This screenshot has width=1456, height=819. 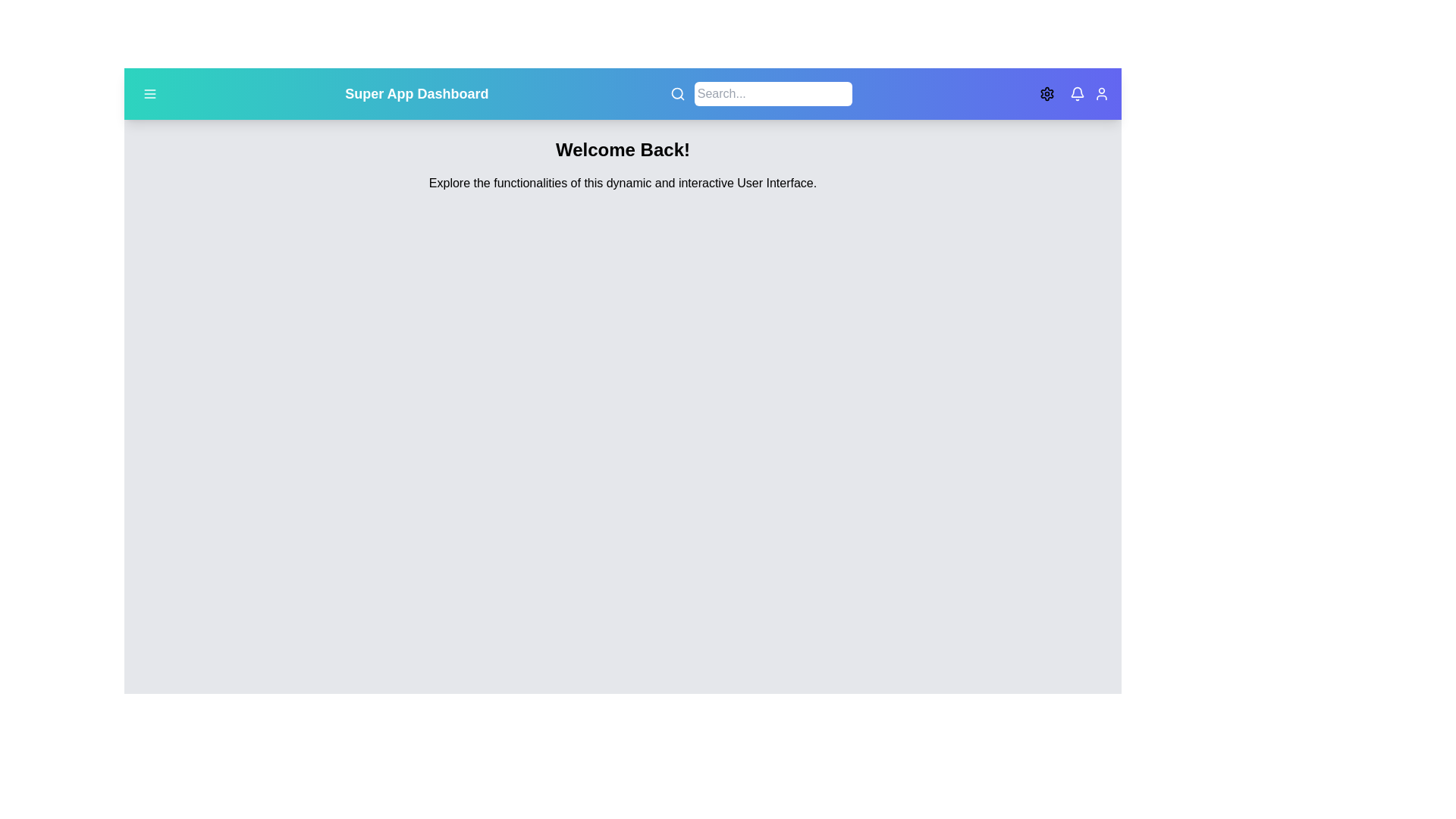 I want to click on the notification icon to view alerts, so click(x=1076, y=93).